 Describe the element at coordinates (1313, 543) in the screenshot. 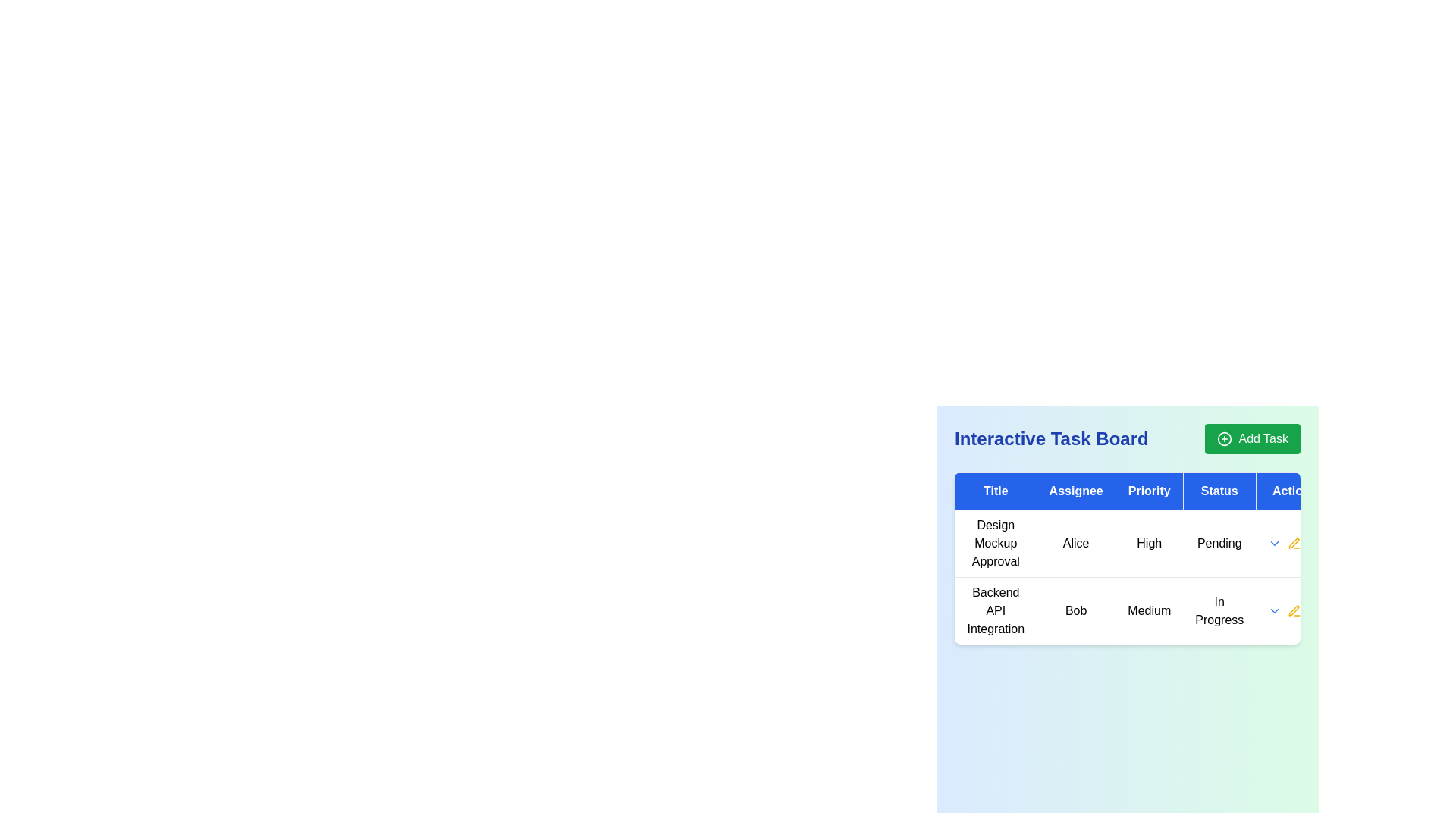

I see `the SVG sub-element which is a rectangle with rounded corners located in the 'Action' column in the first row of the table` at that location.